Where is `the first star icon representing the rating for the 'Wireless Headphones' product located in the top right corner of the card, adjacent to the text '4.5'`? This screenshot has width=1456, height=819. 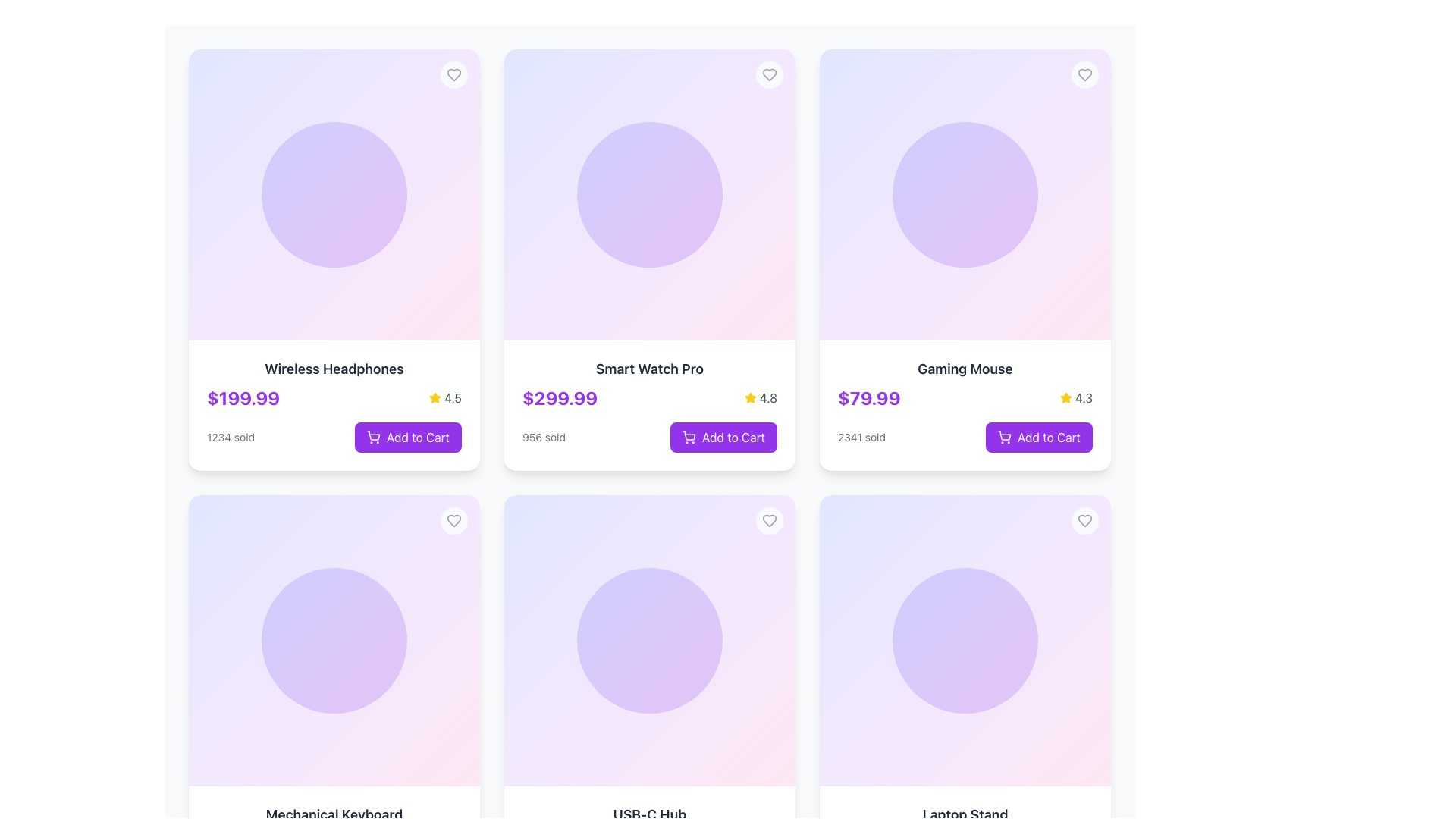
the first star icon representing the rating for the 'Wireless Headphones' product located in the top right corner of the card, adjacent to the text '4.5' is located at coordinates (435, 397).